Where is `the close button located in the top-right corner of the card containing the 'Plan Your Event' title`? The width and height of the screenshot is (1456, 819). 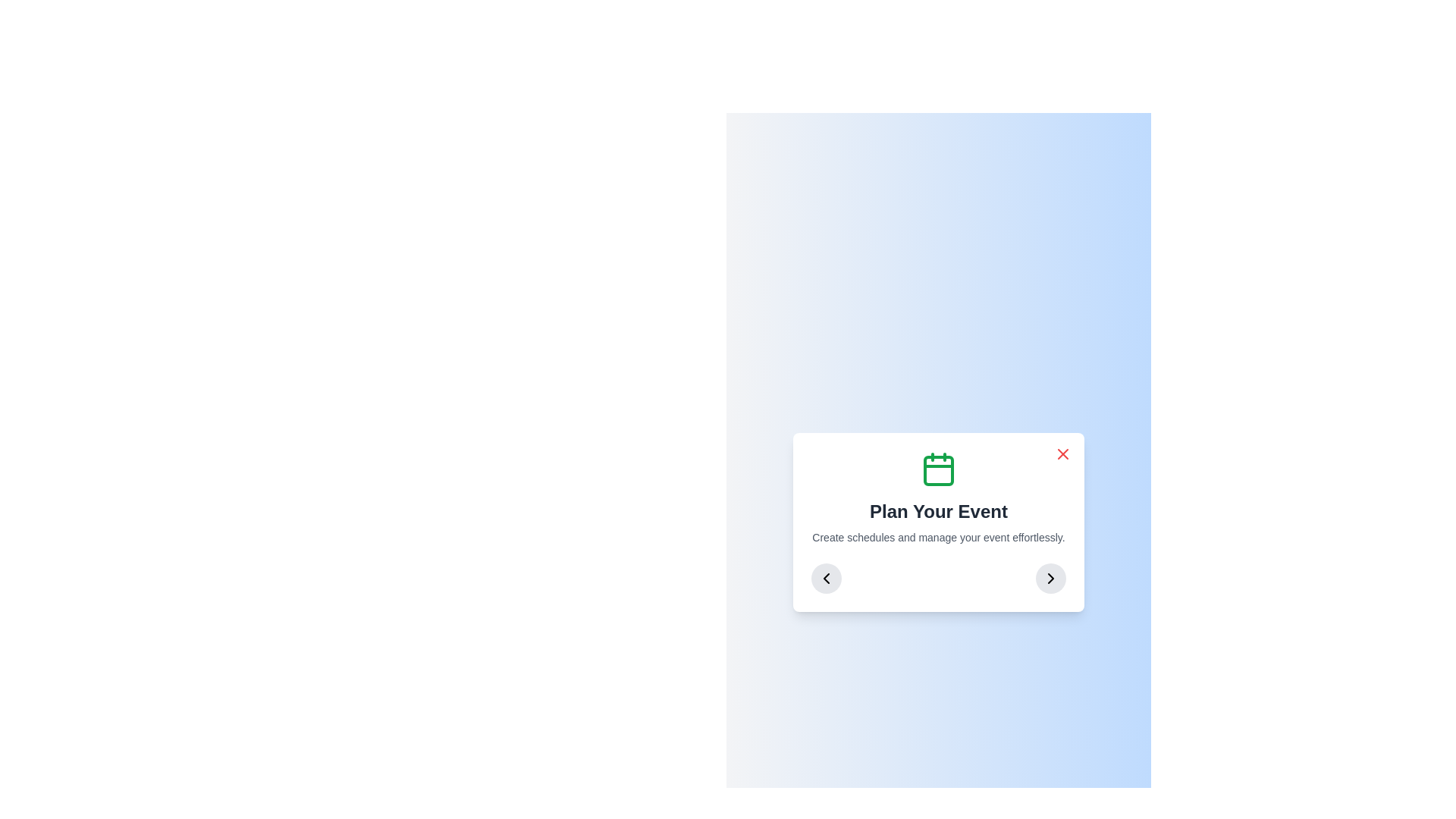 the close button located in the top-right corner of the card containing the 'Plan Your Event' title is located at coordinates (1062, 453).